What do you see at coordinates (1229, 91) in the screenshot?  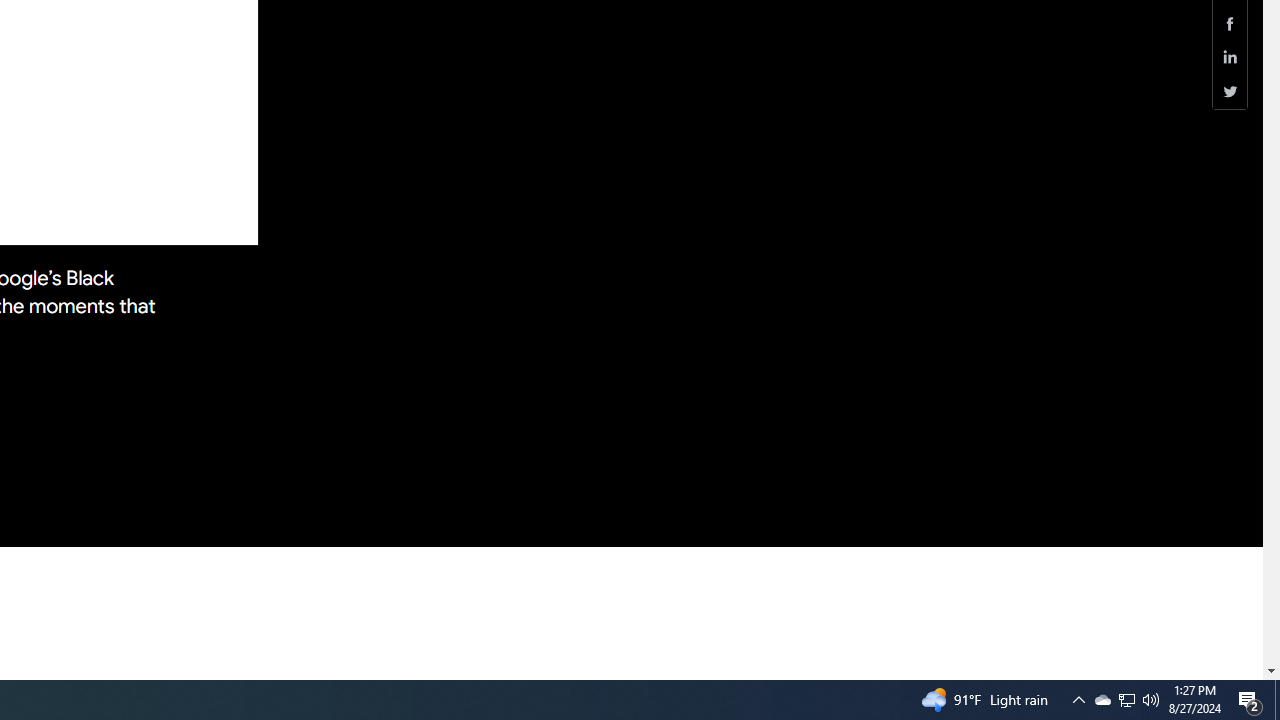 I see `'Share this page (Twitter)'` at bounding box center [1229, 91].